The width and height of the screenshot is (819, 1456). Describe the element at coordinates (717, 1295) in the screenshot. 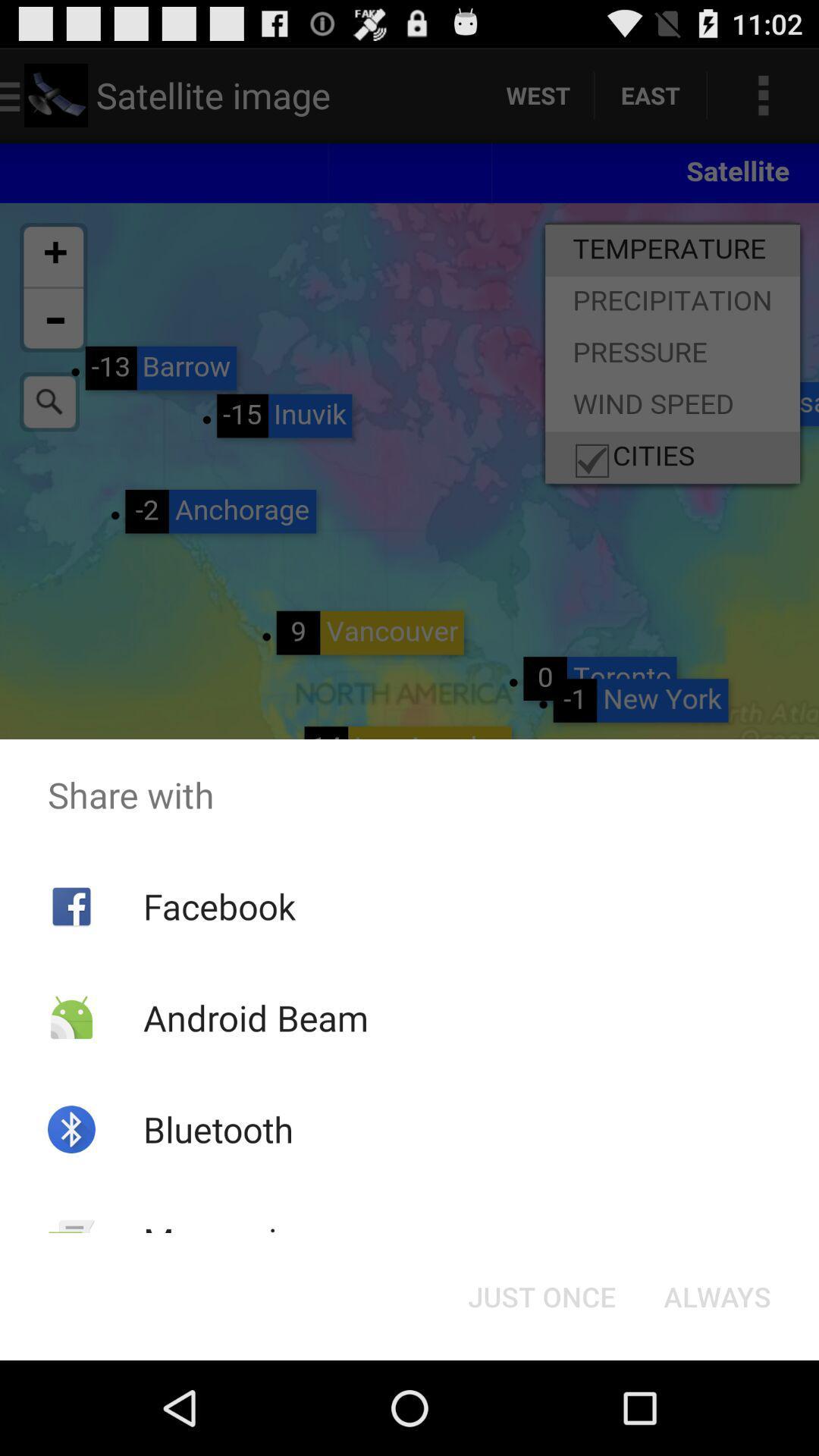

I see `icon at the bottom right corner` at that location.